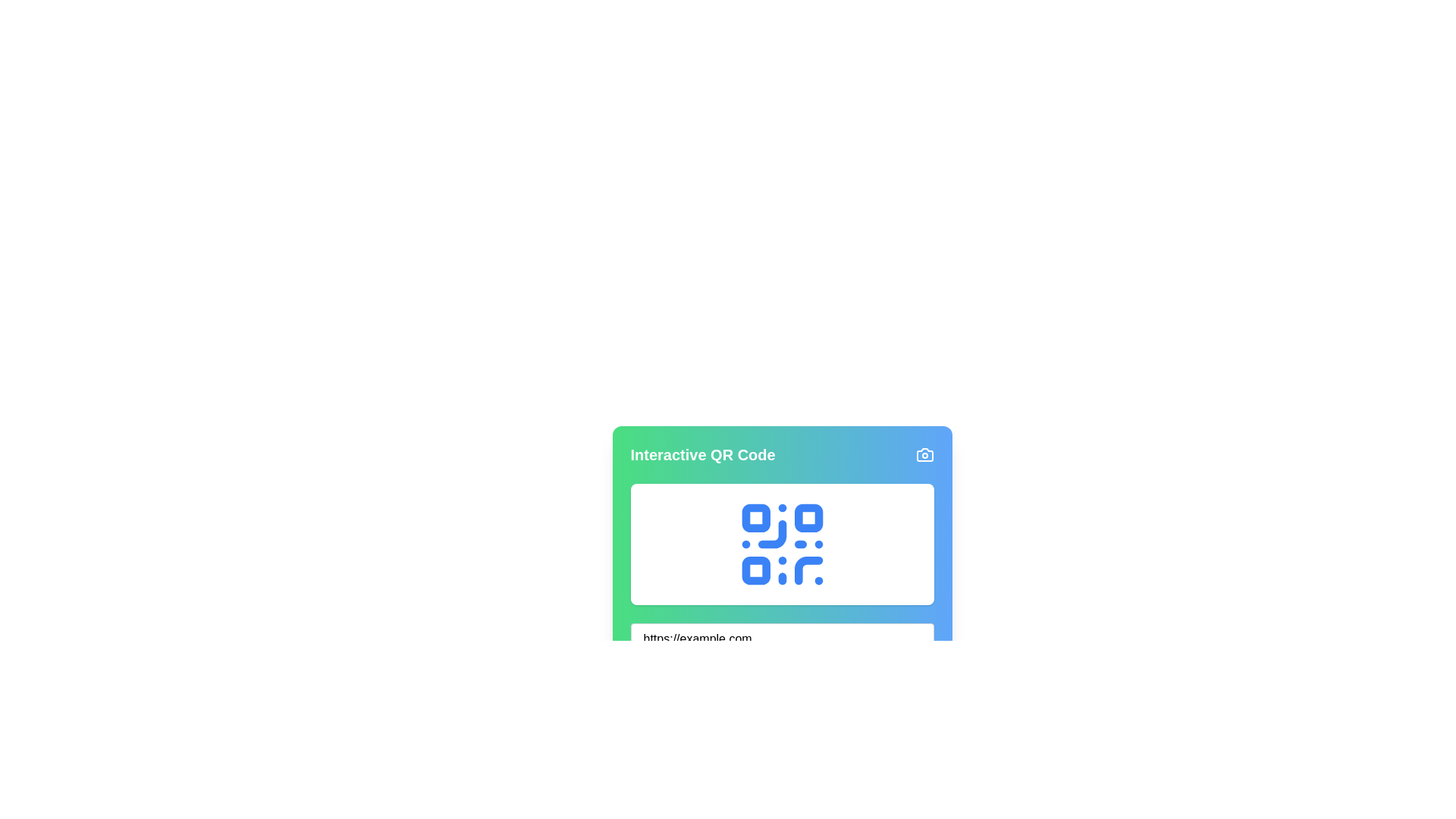 This screenshot has width=1456, height=819. What do you see at coordinates (808, 570) in the screenshot?
I see `the small curve detail in the bottom-right corner of the QR code graphic` at bounding box center [808, 570].